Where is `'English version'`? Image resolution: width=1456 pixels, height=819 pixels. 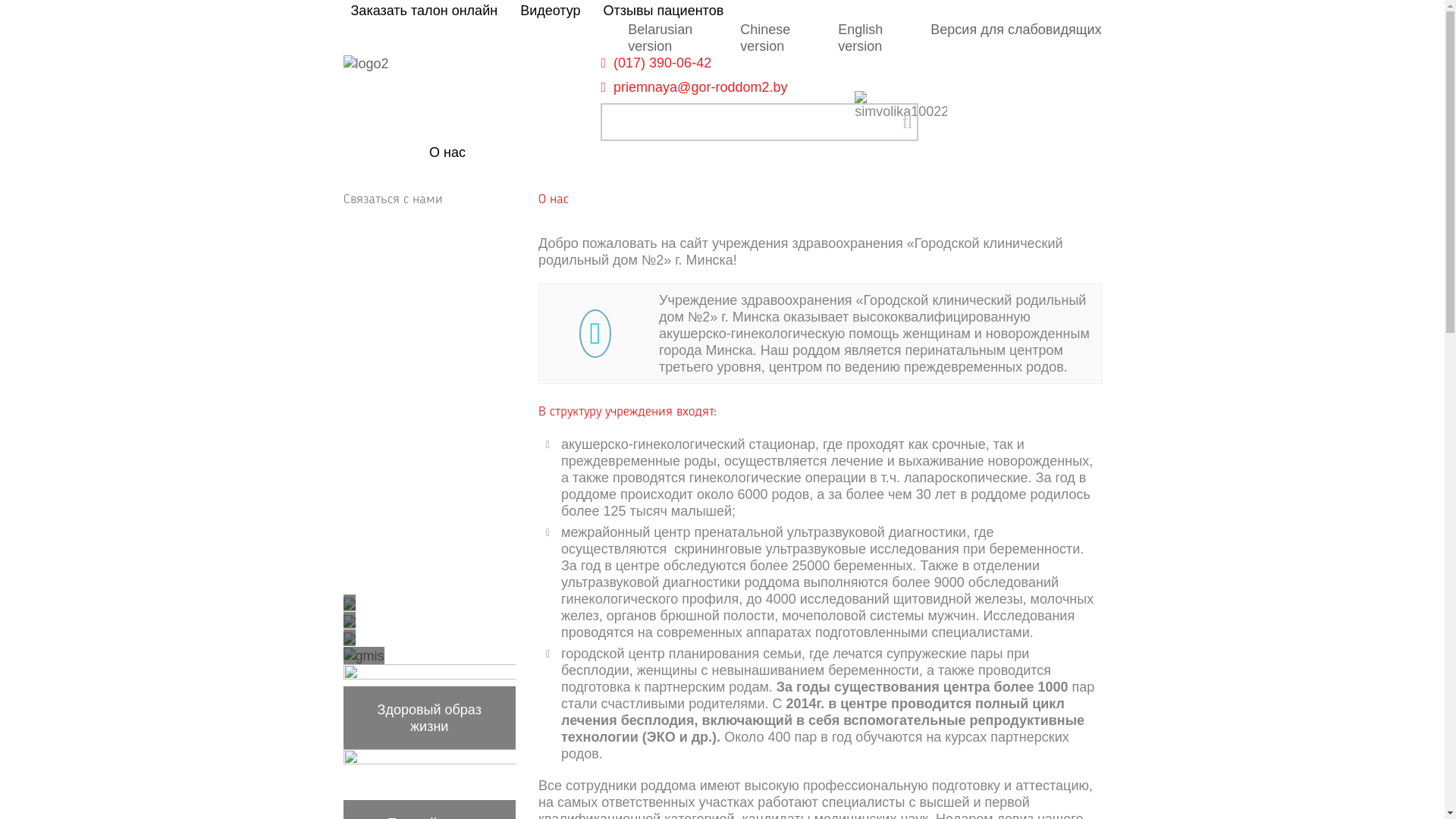 'English version' is located at coordinates (860, 37).